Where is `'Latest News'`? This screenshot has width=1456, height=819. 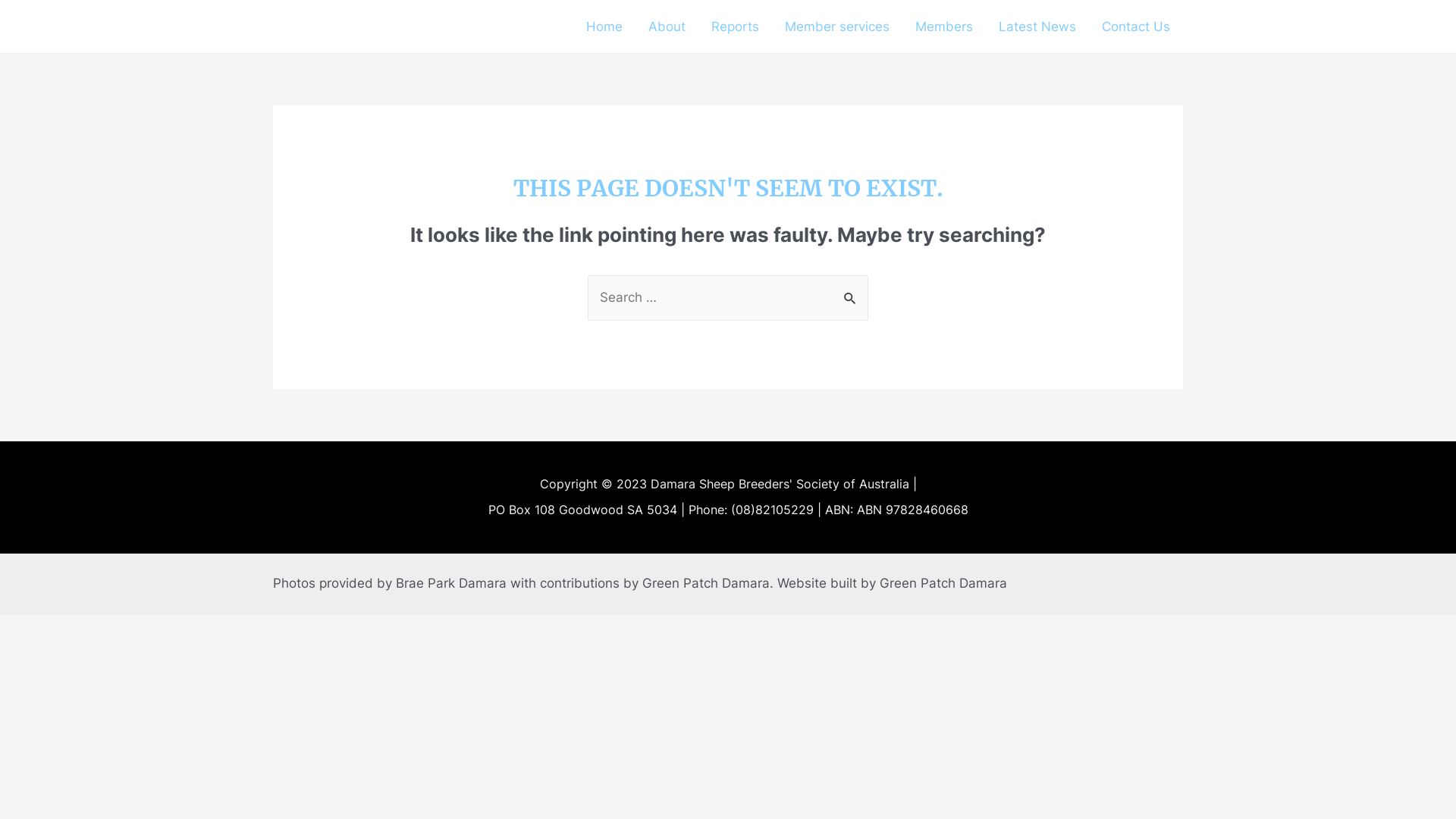 'Latest News' is located at coordinates (1037, 26).